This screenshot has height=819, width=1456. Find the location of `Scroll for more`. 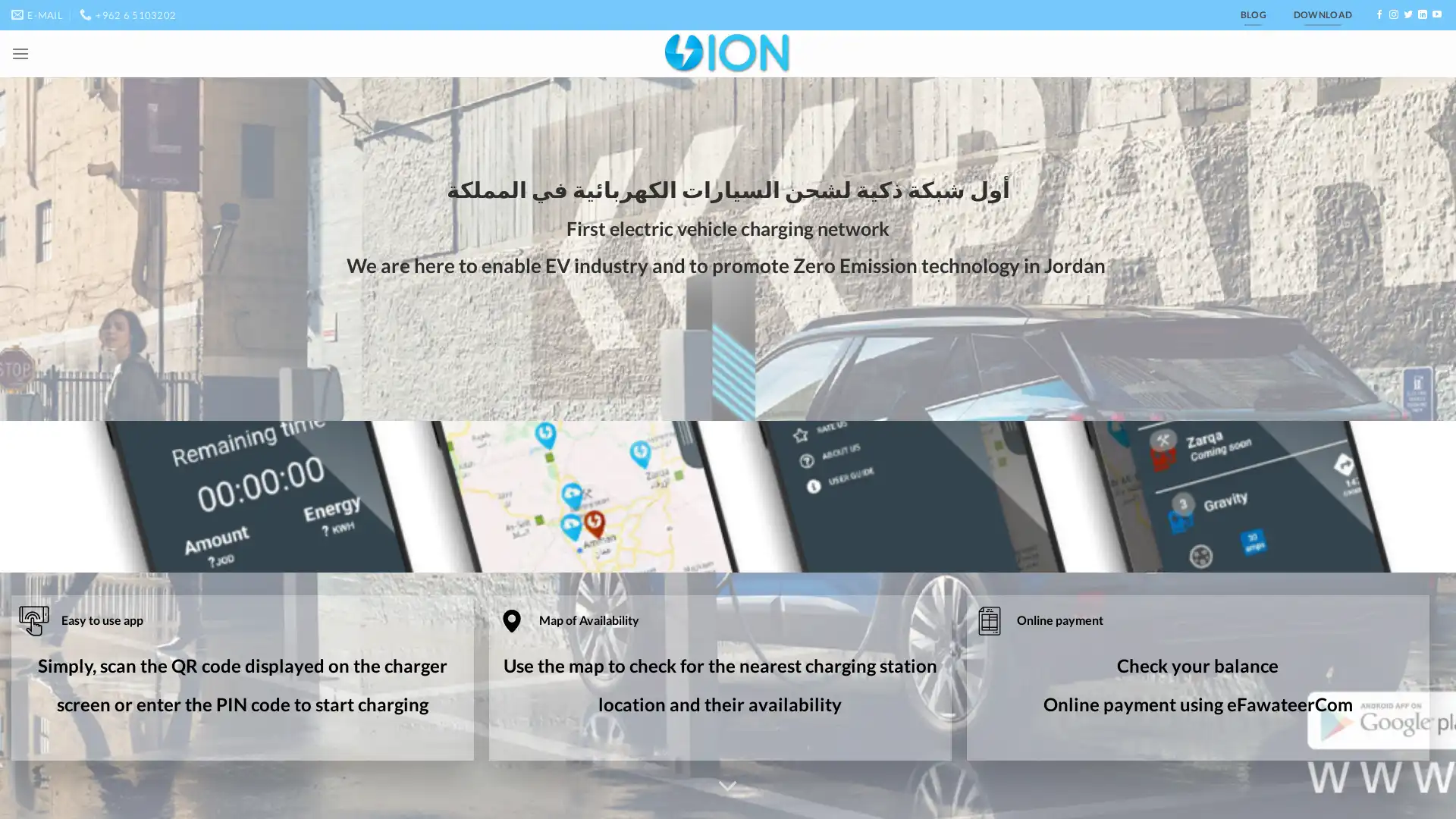

Scroll for more is located at coordinates (726, 786).